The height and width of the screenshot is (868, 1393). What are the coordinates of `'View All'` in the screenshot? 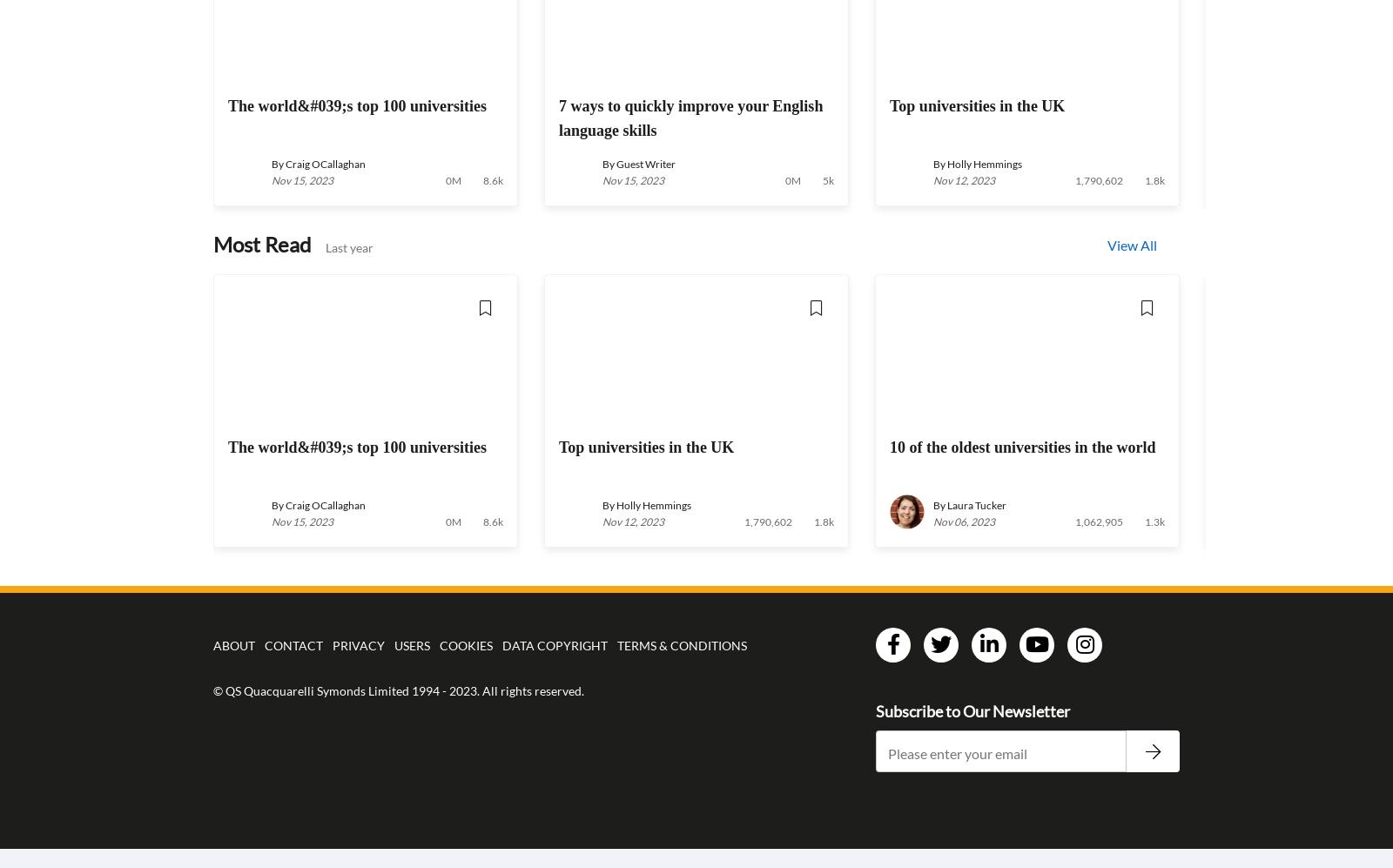 It's located at (1131, 245).